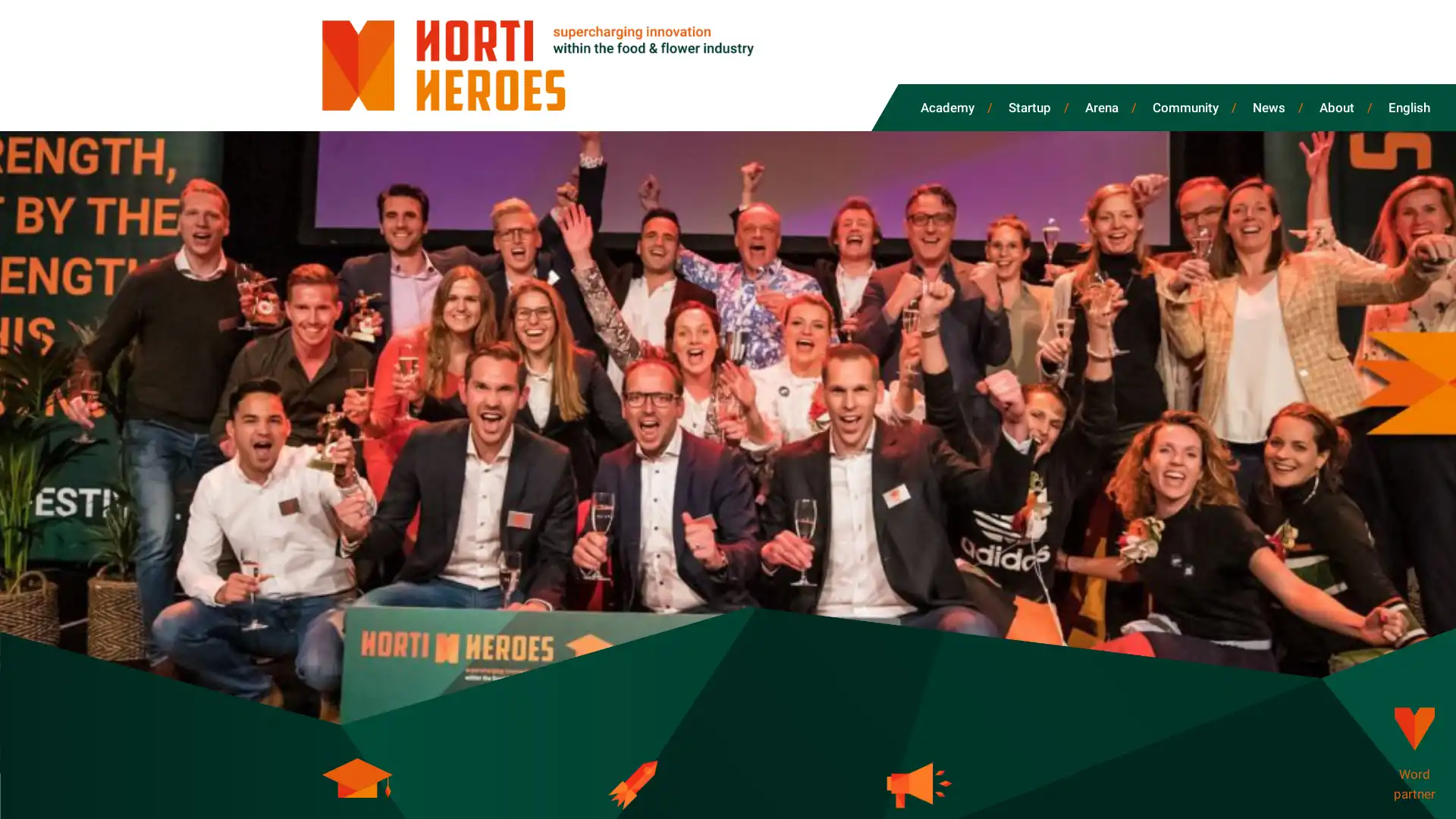 This screenshot has width=1456, height=819. Describe the element at coordinates (178, 779) in the screenshot. I see `Ja, dat ben ik of die ken ik!` at that location.